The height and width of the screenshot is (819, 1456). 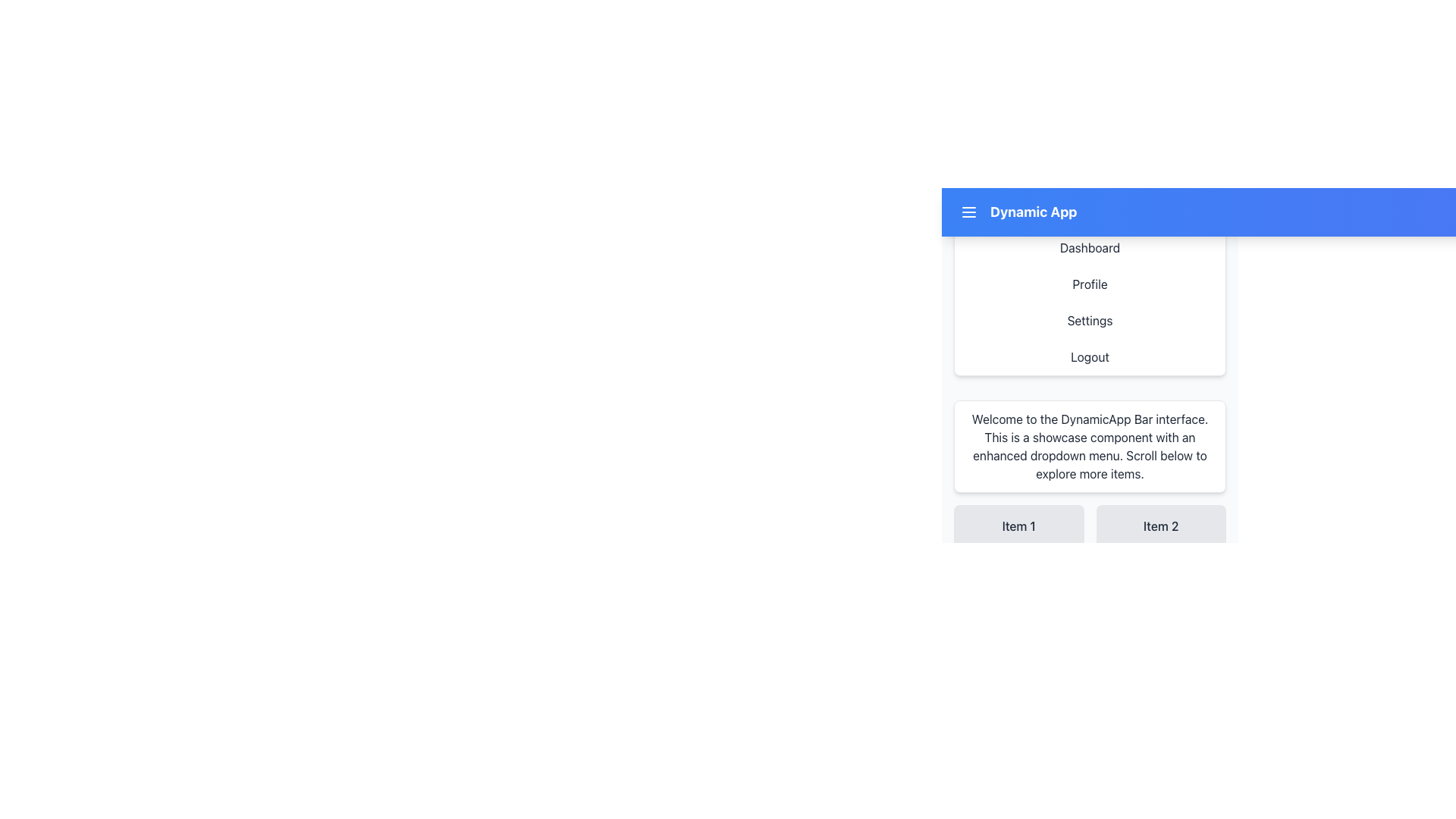 I want to click on the button labeled 'Item 2', which is the second item in a grid layout, so click(x=1160, y=526).